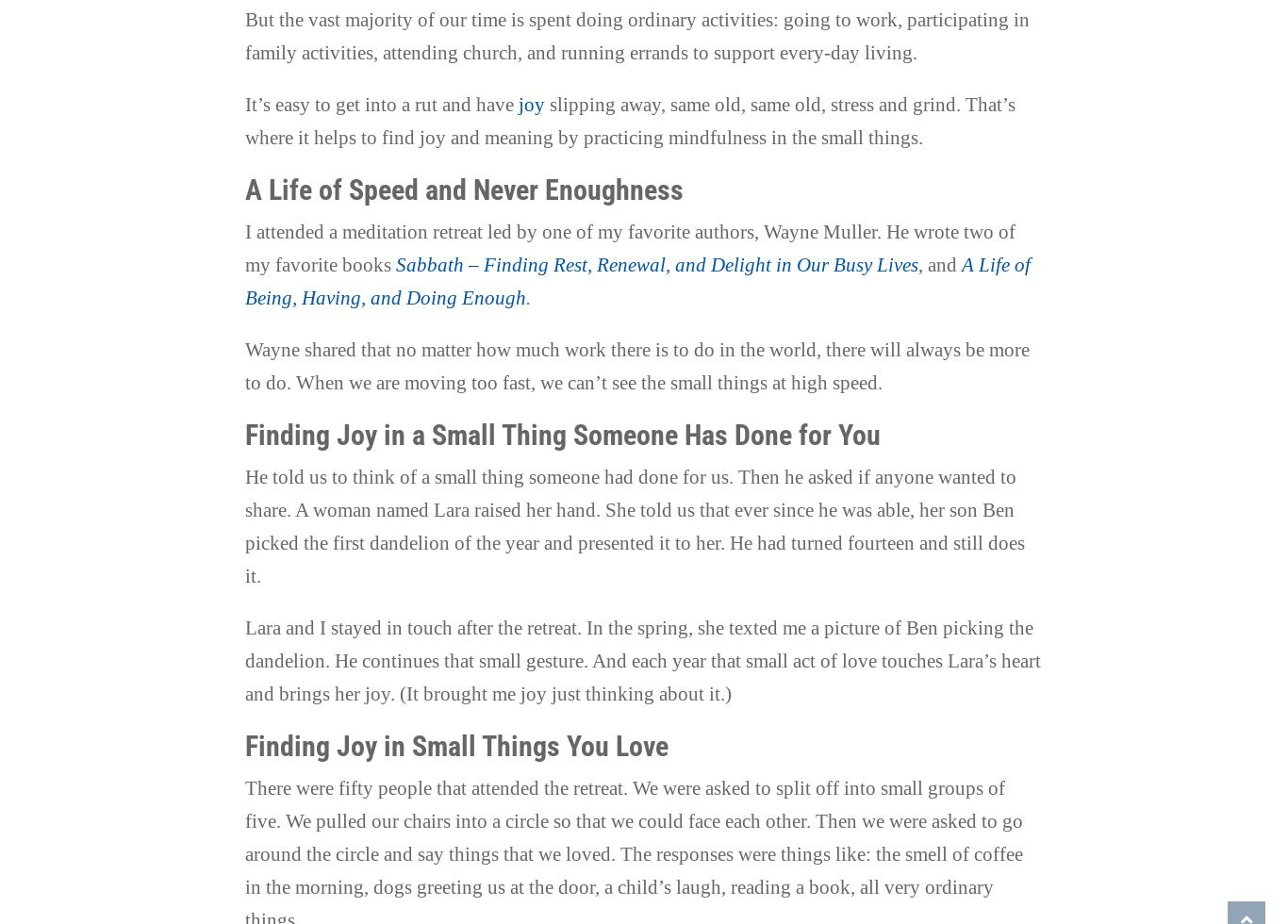 This screenshot has height=924, width=1288. Describe the element at coordinates (380, 105) in the screenshot. I see `'It’s easy to get into a rut and have'` at that location.